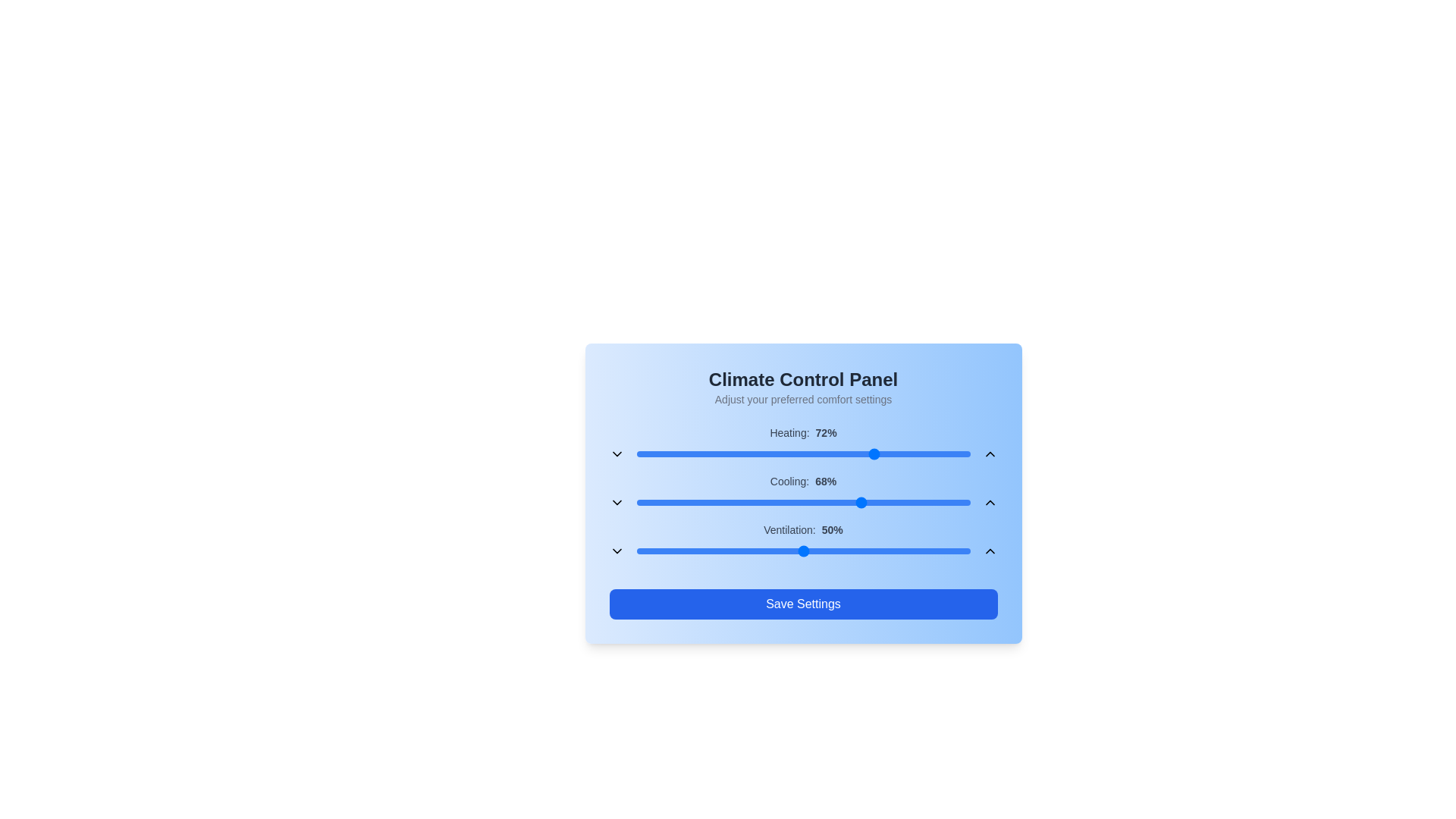  Describe the element at coordinates (617, 453) in the screenshot. I see `the down button to adjust the heating setting` at that location.